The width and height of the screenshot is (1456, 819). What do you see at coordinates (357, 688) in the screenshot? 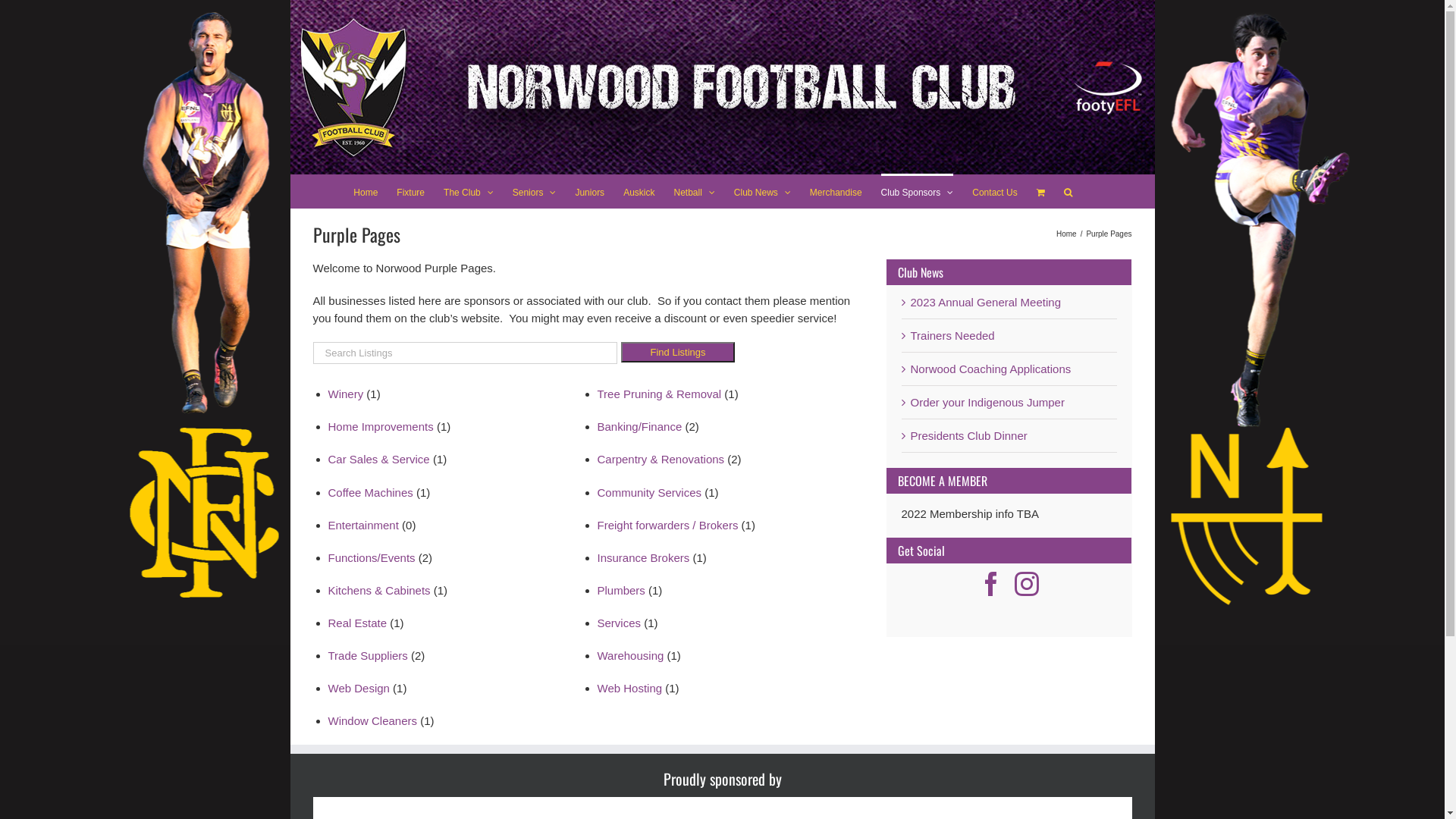
I see `'Web Design'` at bounding box center [357, 688].